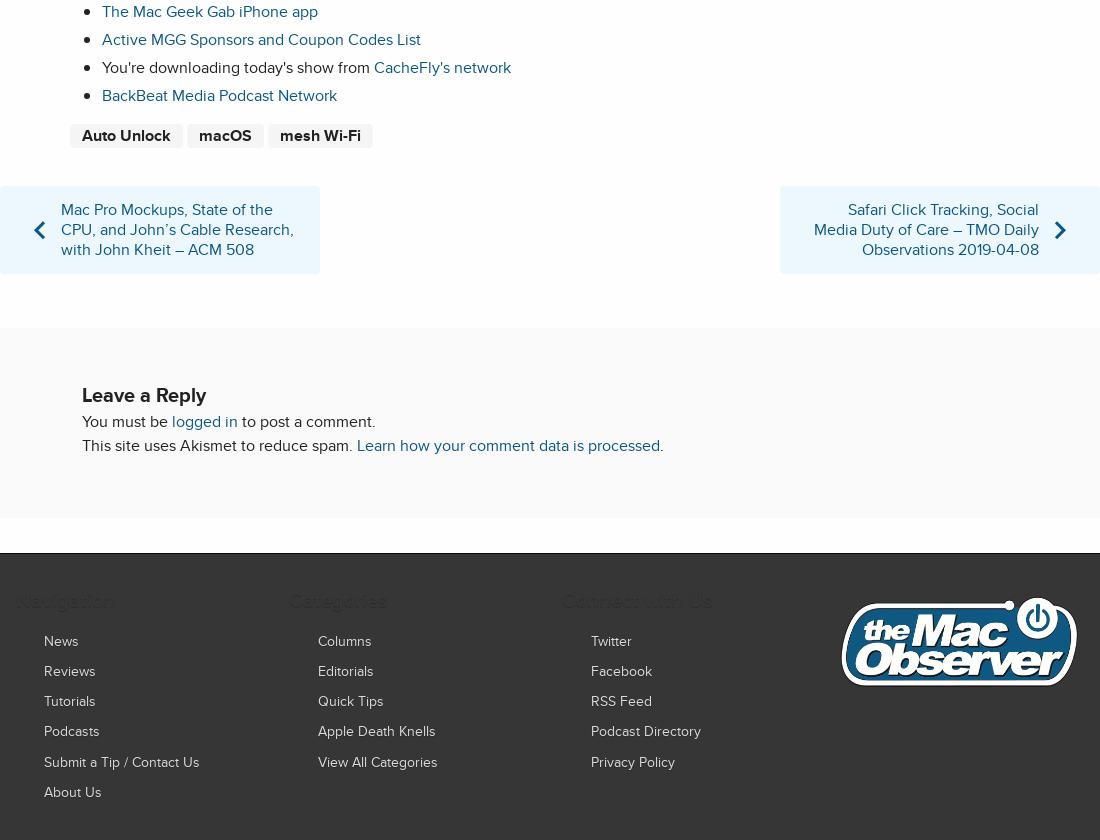  I want to click on 'Podcasts', so click(72, 730).